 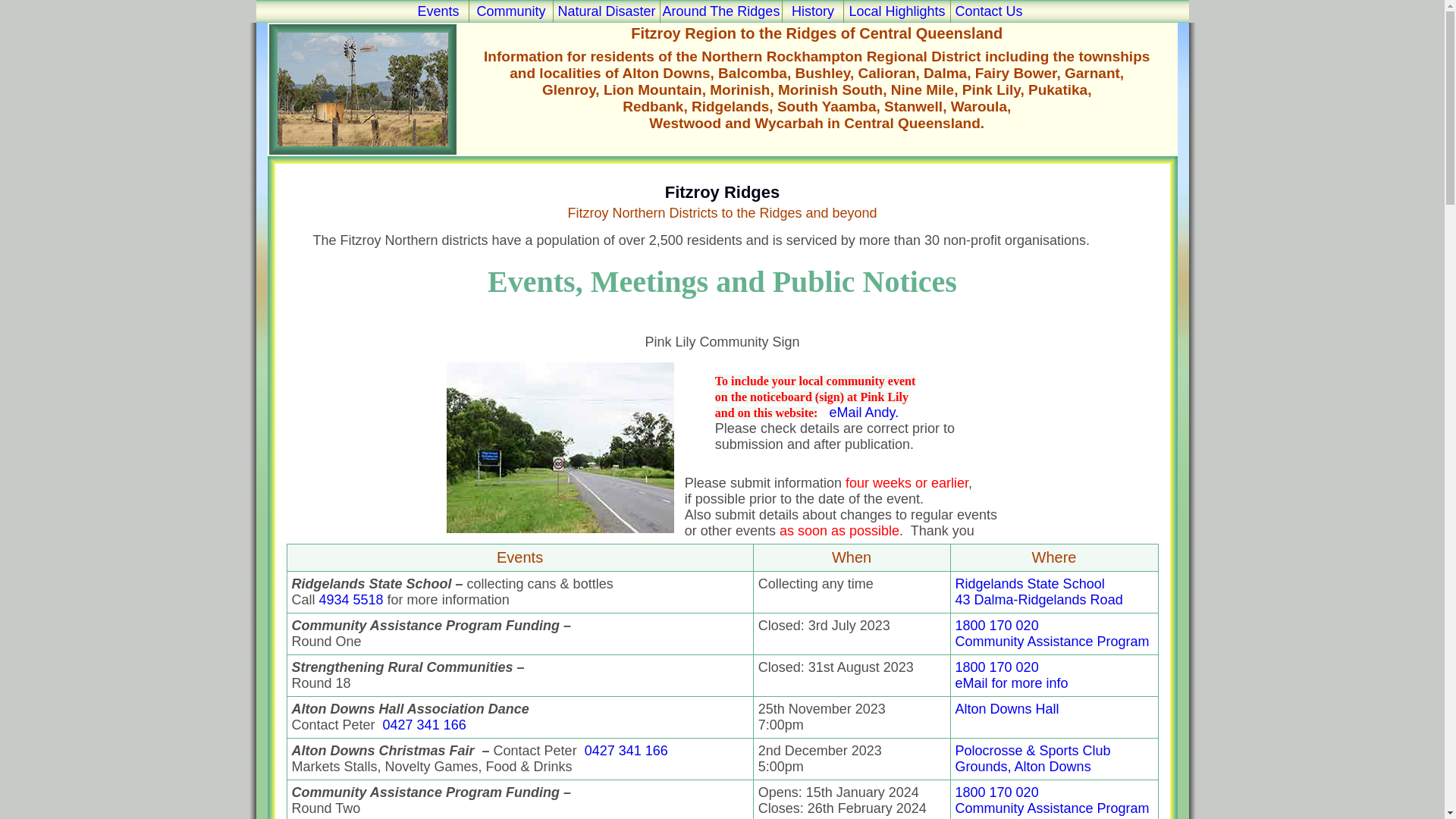 What do you see at coordinates (896, 11) in the screenshot?
I see `'Local Highlights'` at bounding box center [896, 11].